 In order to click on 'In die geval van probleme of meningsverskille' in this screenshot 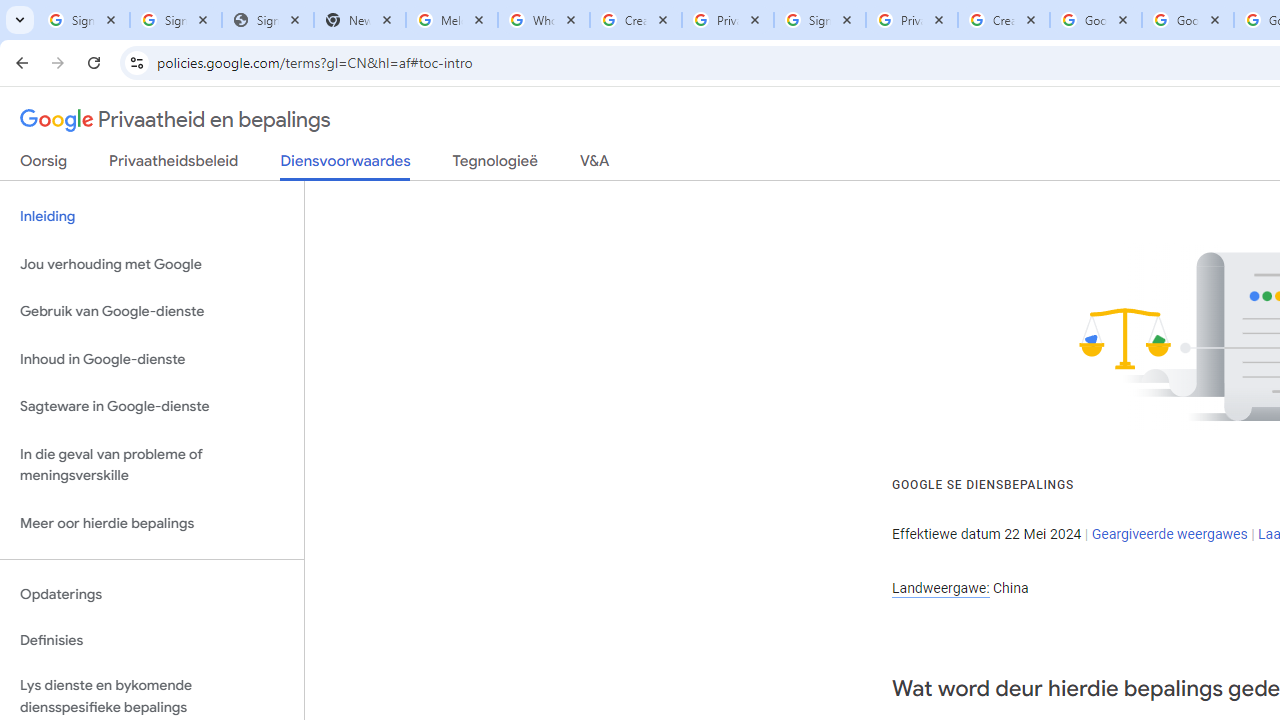, I will do `click(151, 464)`.